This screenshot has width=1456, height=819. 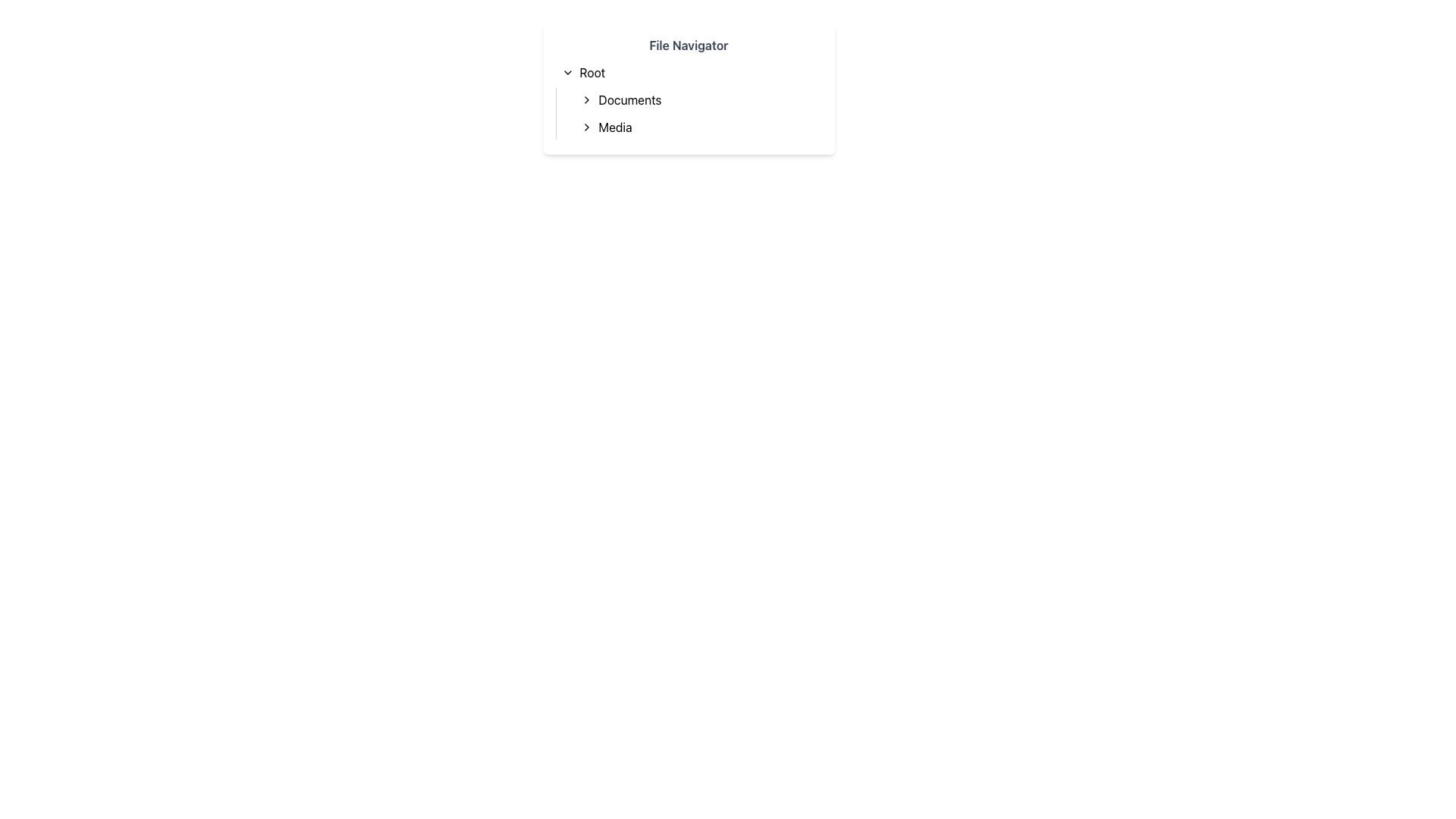 I want to click on the 'Documents' directory text label, which is located under the 'Root' section heading and is the second item in the vertical list after the left chevron icon, so click(x=629, y=99).